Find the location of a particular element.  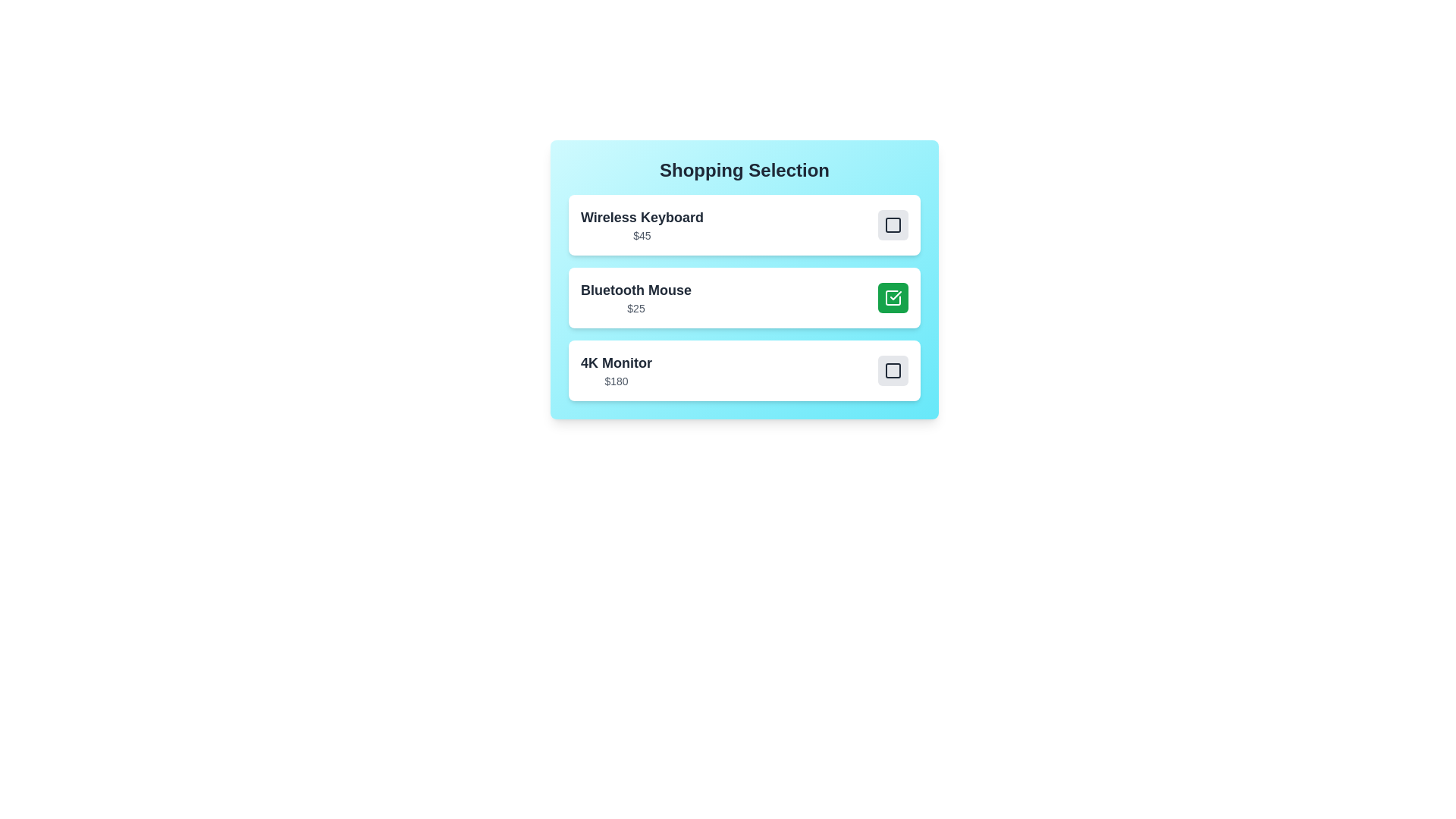

the square-shaped icon with rounded corners, located to the far right of the '4K Monitor $180' list item is located at coordinates (893, 371).